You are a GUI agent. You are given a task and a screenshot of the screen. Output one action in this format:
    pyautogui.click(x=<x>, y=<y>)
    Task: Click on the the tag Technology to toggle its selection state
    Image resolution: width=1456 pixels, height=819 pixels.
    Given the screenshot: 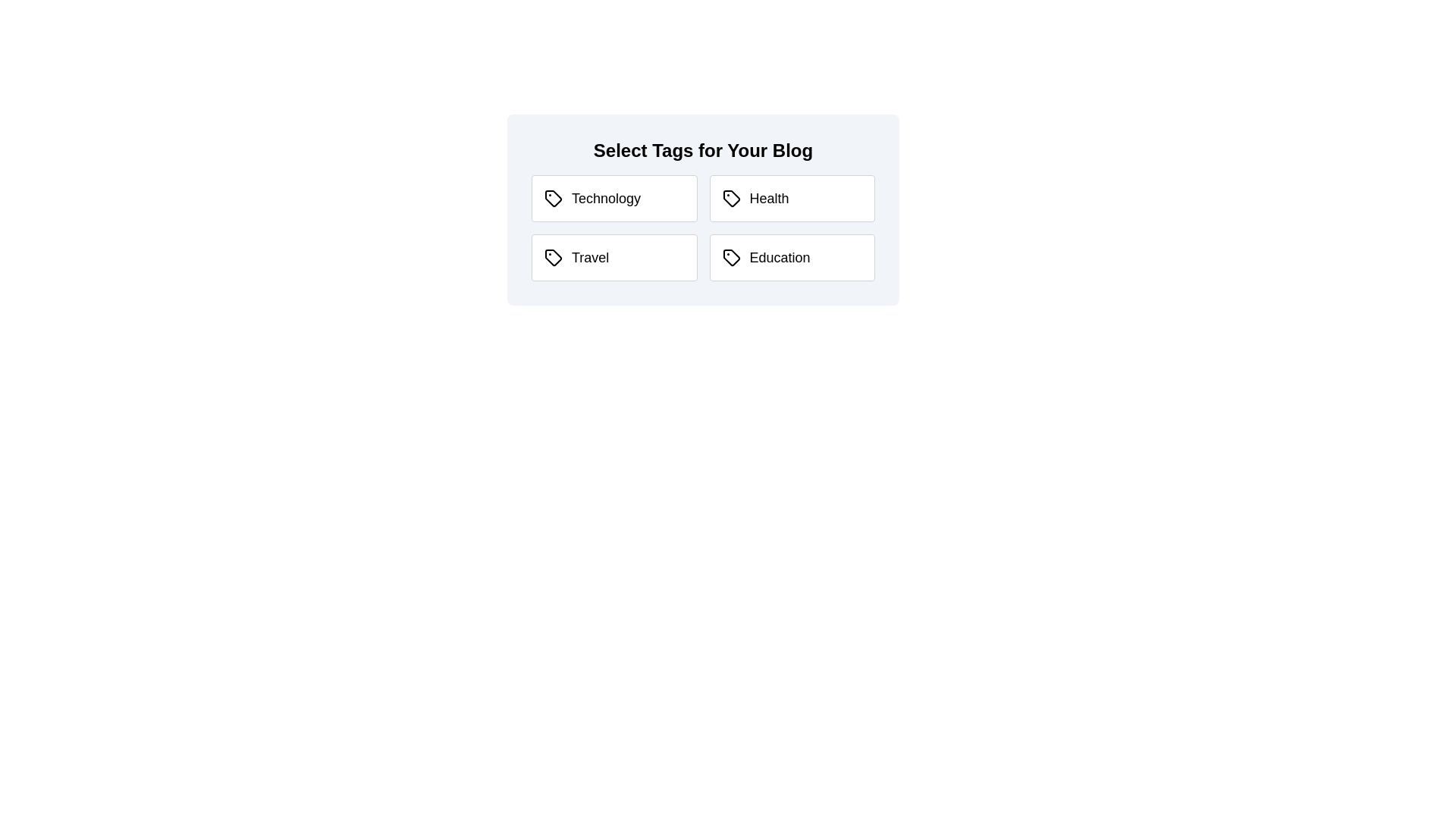 What is the action you would take?
    pyautogui.click(x=614, y=198)
    